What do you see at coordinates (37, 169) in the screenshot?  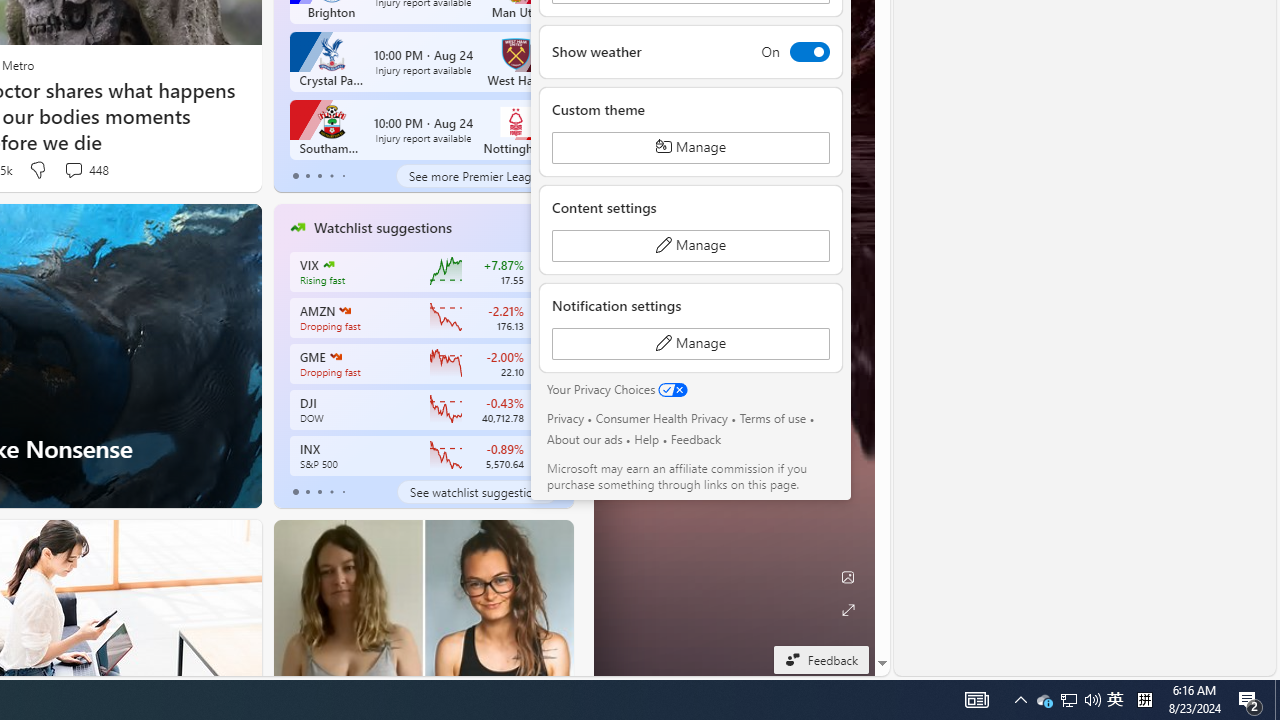 I see `'Dislike'` at bounding box center [37, 169].